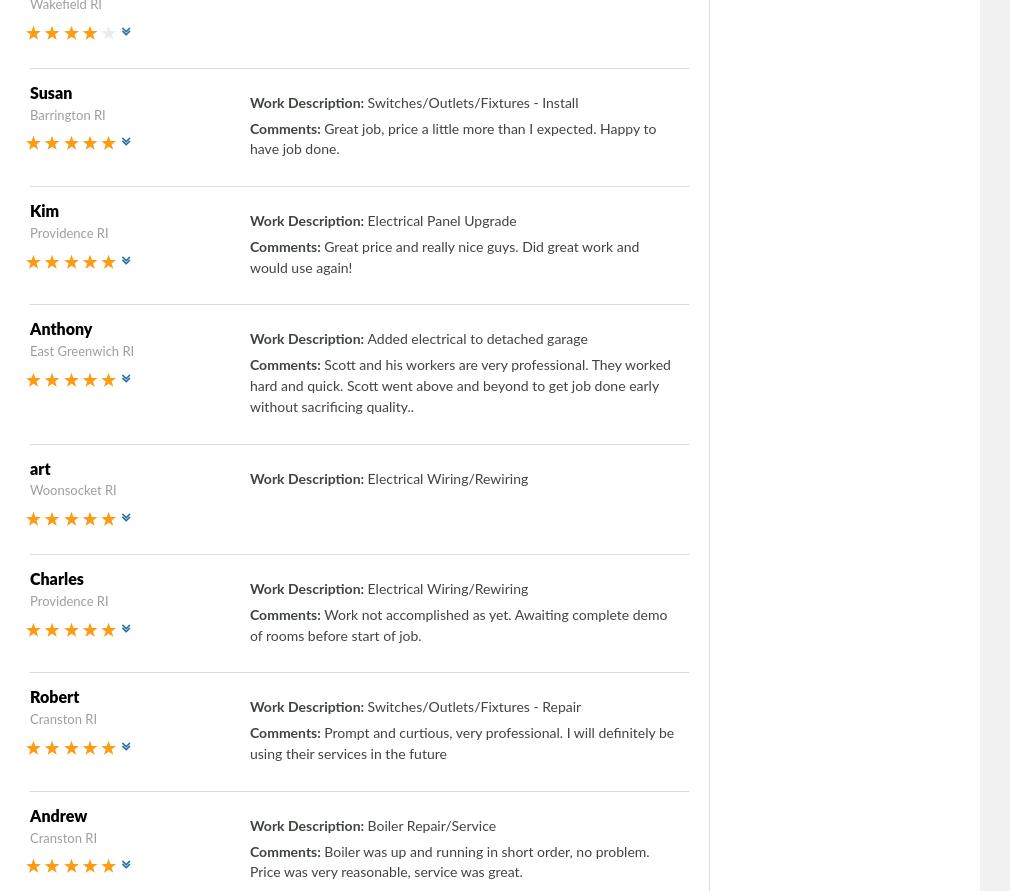 The width and height of the screenshot is (1010, 891). What do you see at coordinates (28, 114) in the screenshot?
I see `'Barrington RI'` at bounding box center [28, 114].